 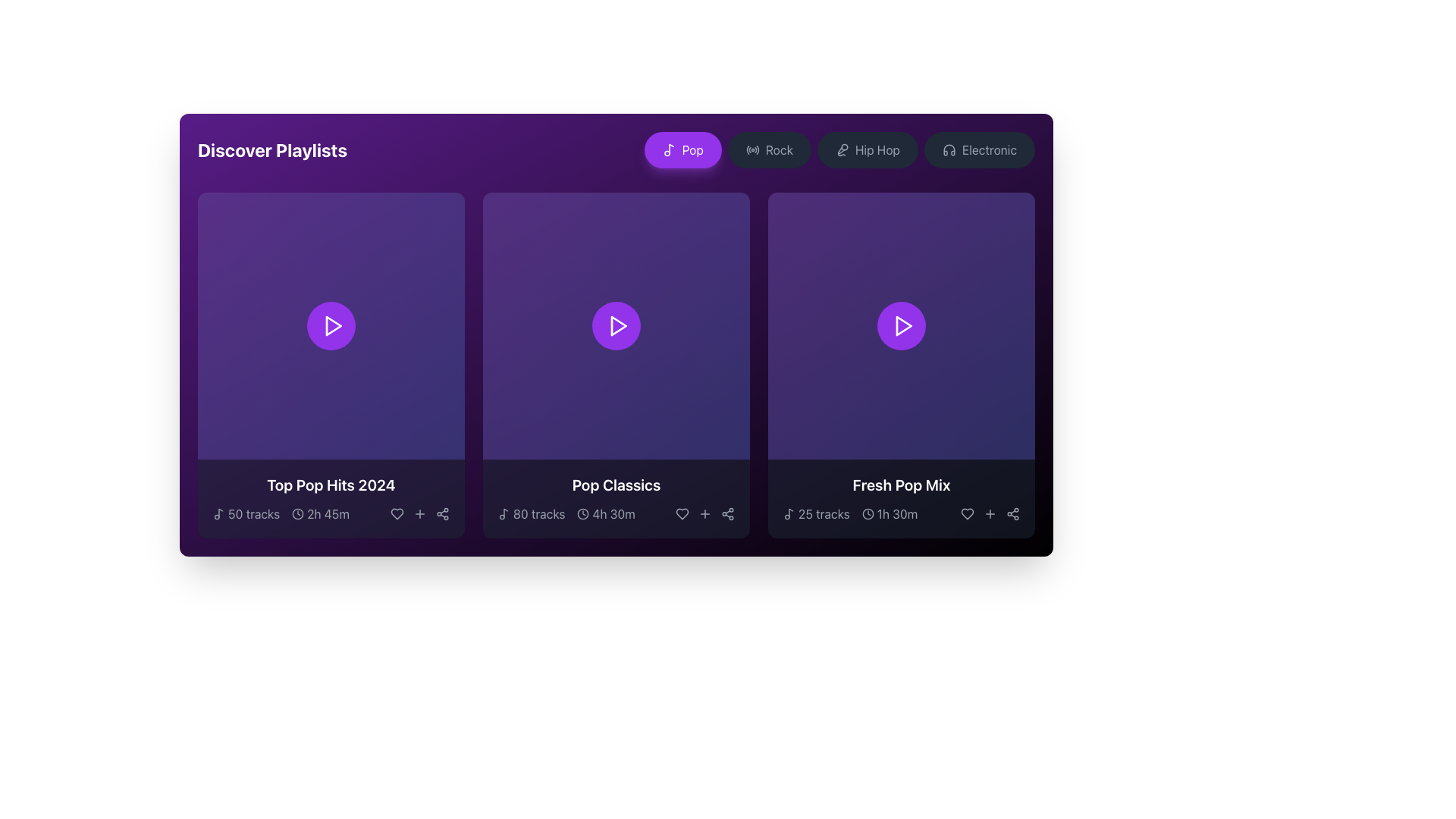 I want to click on the heart icon button located at the bottom of the second playlist card, so click(x=682, y=513).